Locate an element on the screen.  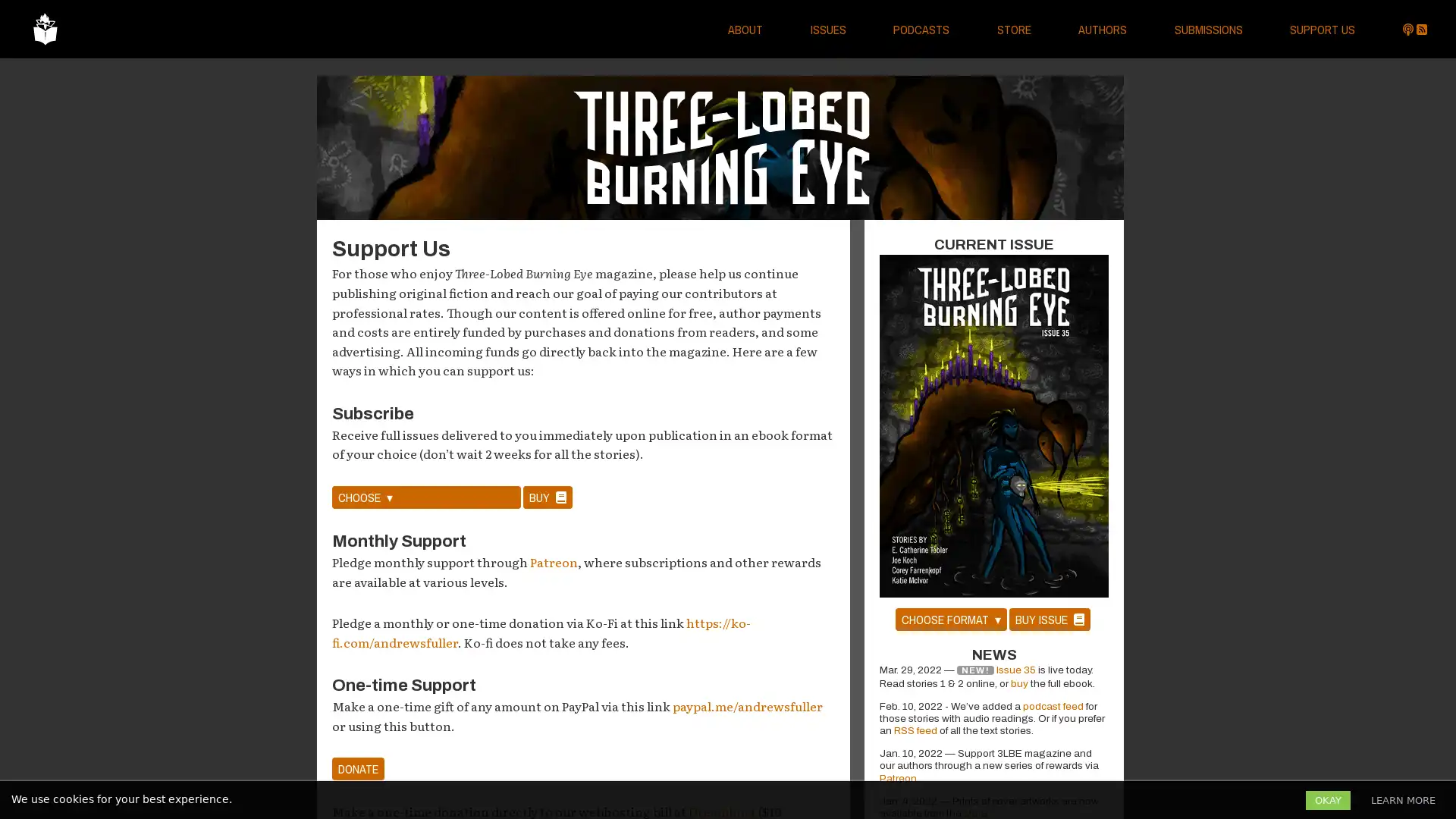
BUY ISSUE is located at coordinates (1048, 619).